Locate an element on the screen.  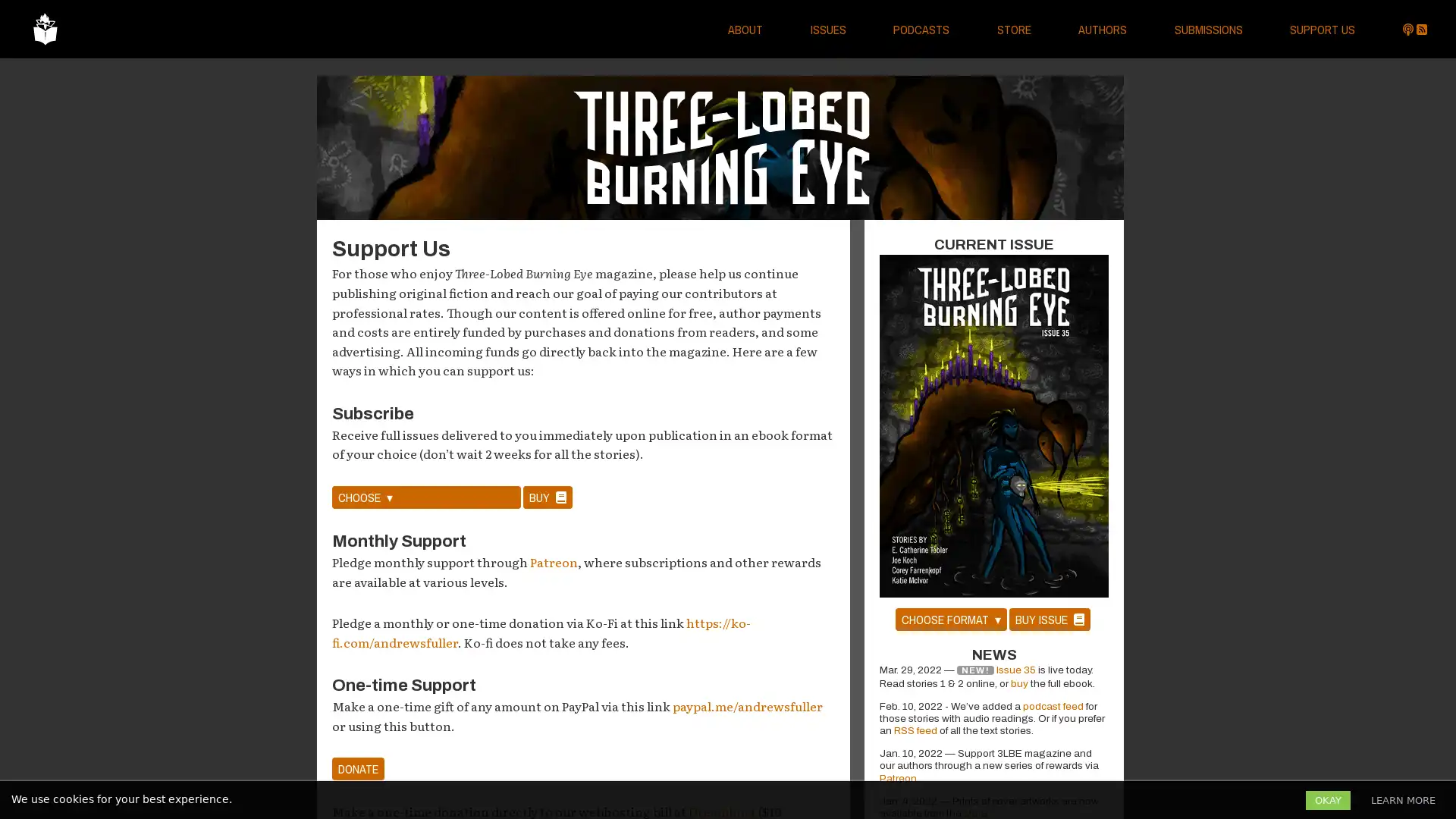
BUY ISSUE is located at coordinates (1048, 619).